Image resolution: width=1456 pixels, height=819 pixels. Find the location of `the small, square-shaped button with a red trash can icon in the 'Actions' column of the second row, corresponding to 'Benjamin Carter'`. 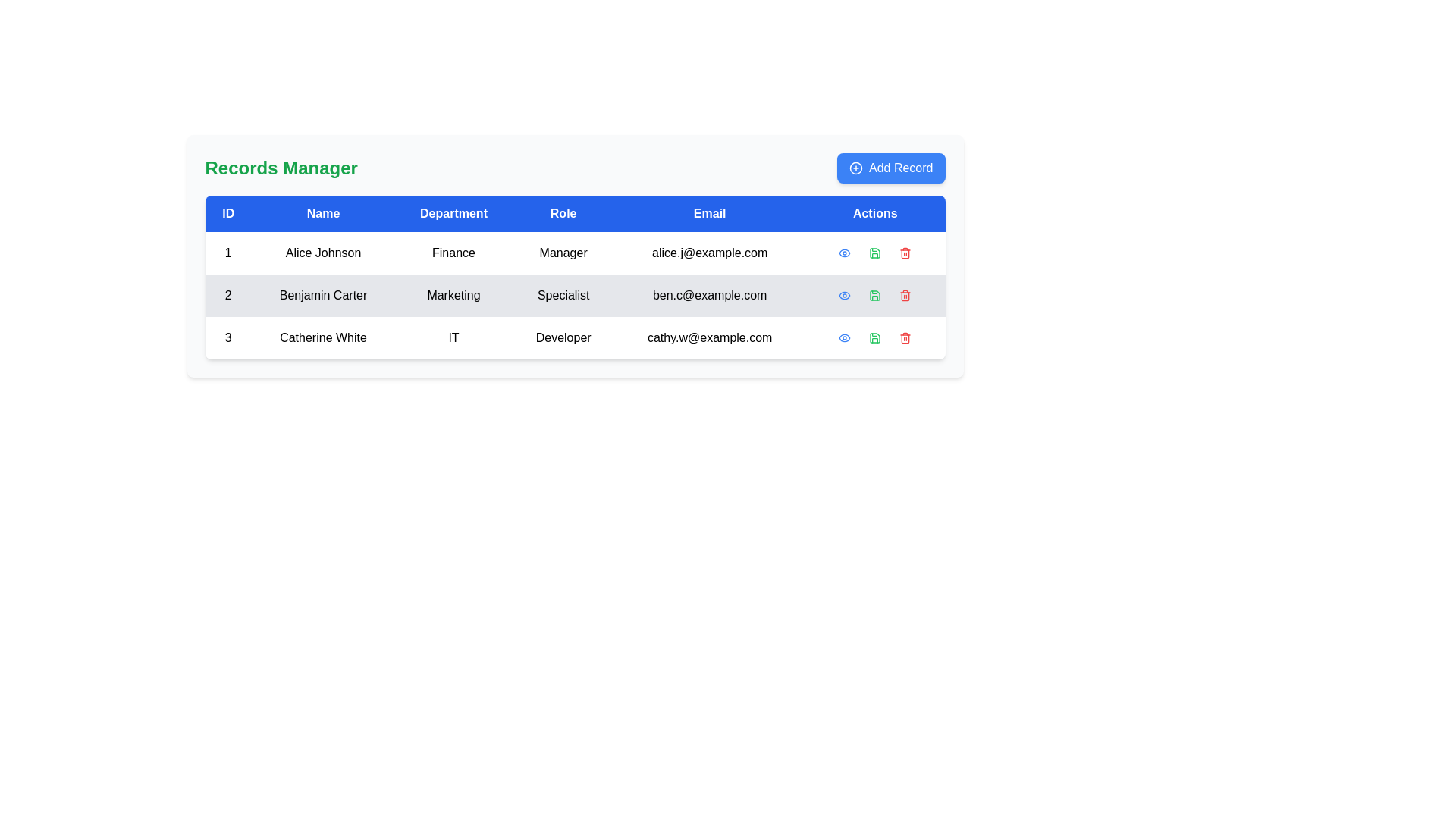

the small, square-shaped button with a red trash can icon in the 'Actions' column of the second row, corresponding to 'Benjamin Carter' is located at coordinates (905, 295).